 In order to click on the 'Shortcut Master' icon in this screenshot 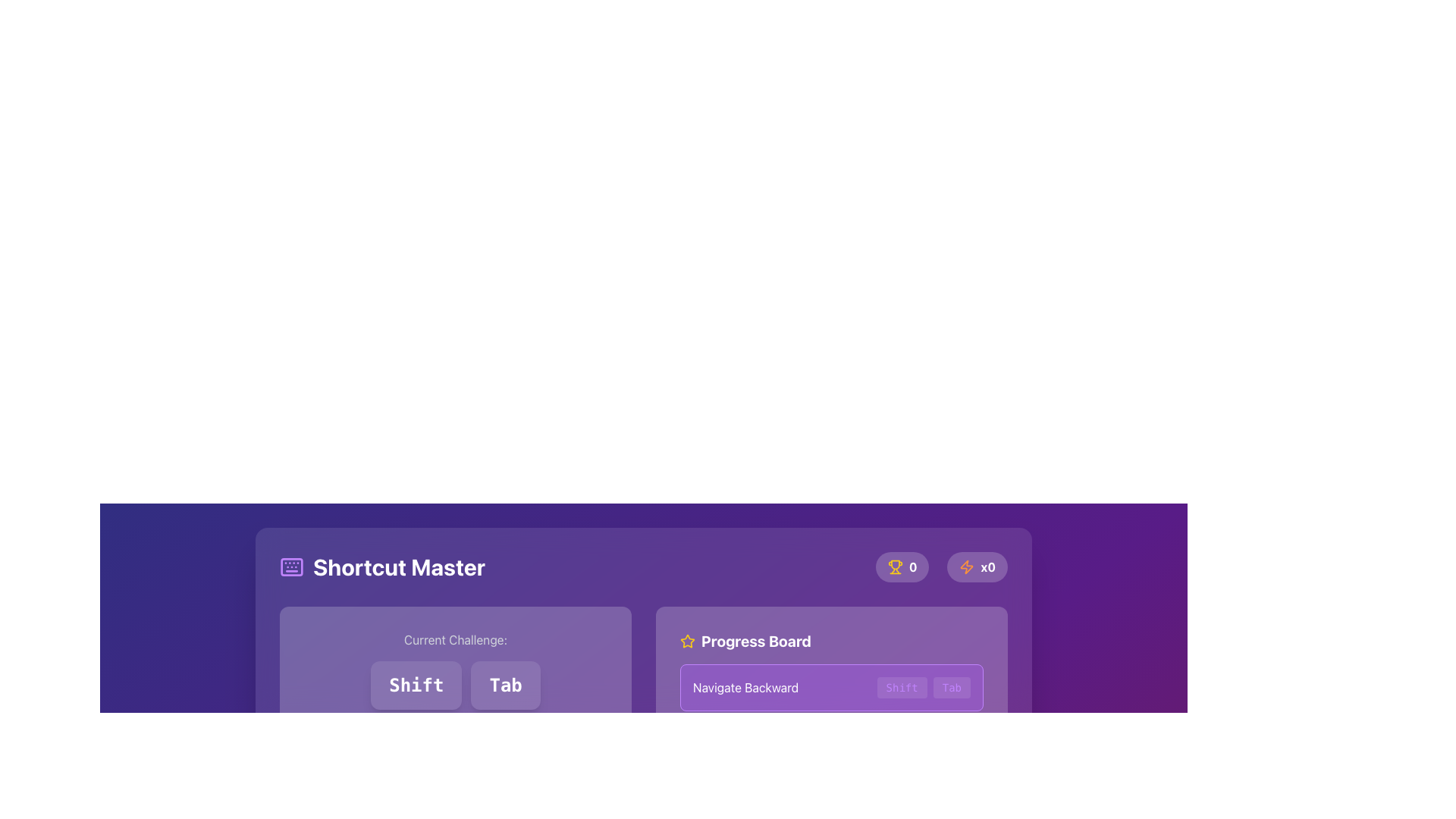, I will do `click(291, 567)`.